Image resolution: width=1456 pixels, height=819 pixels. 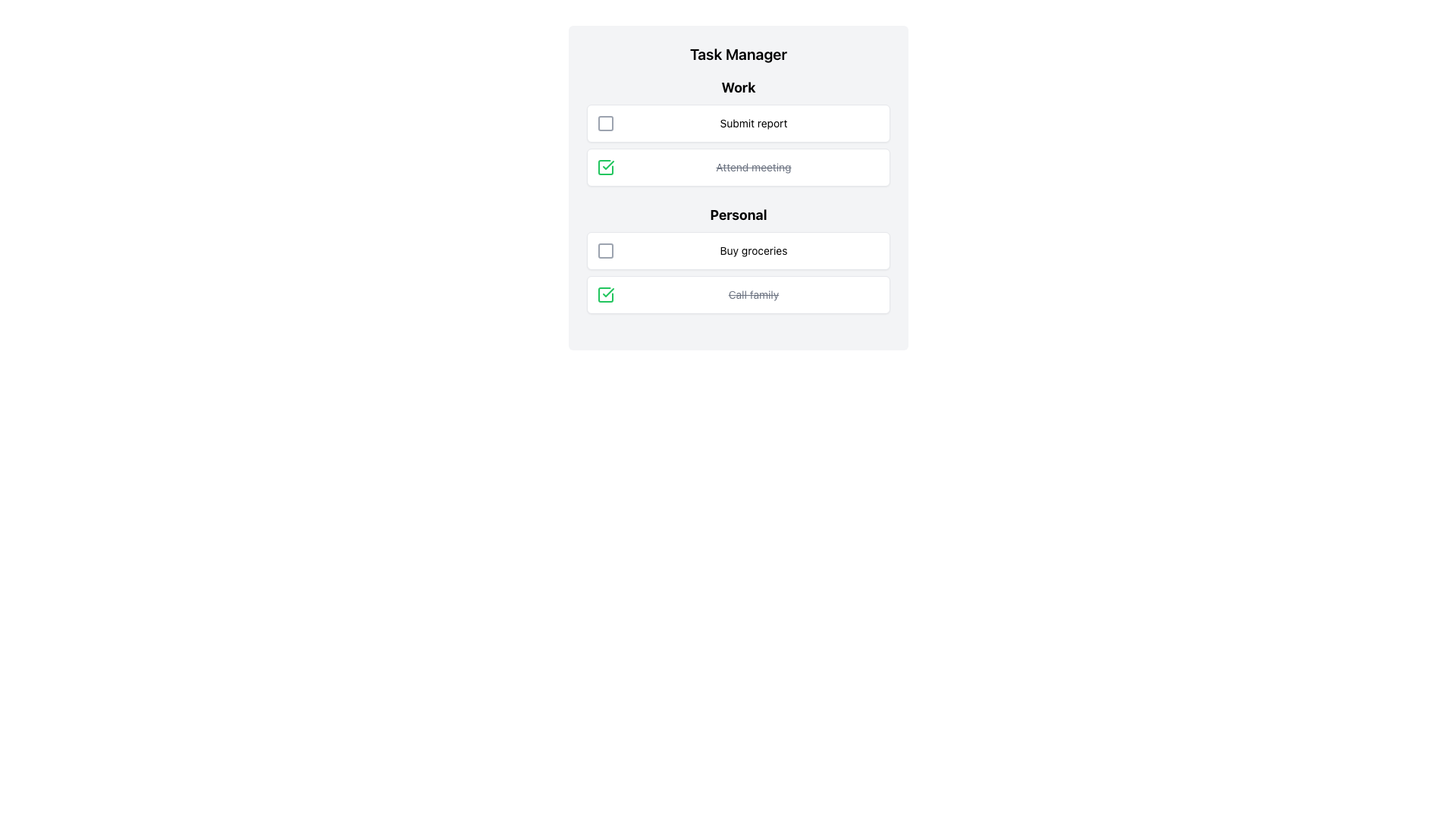 I want to click on the task list item titled 'Buy groceries', so click(x=739, y=250).